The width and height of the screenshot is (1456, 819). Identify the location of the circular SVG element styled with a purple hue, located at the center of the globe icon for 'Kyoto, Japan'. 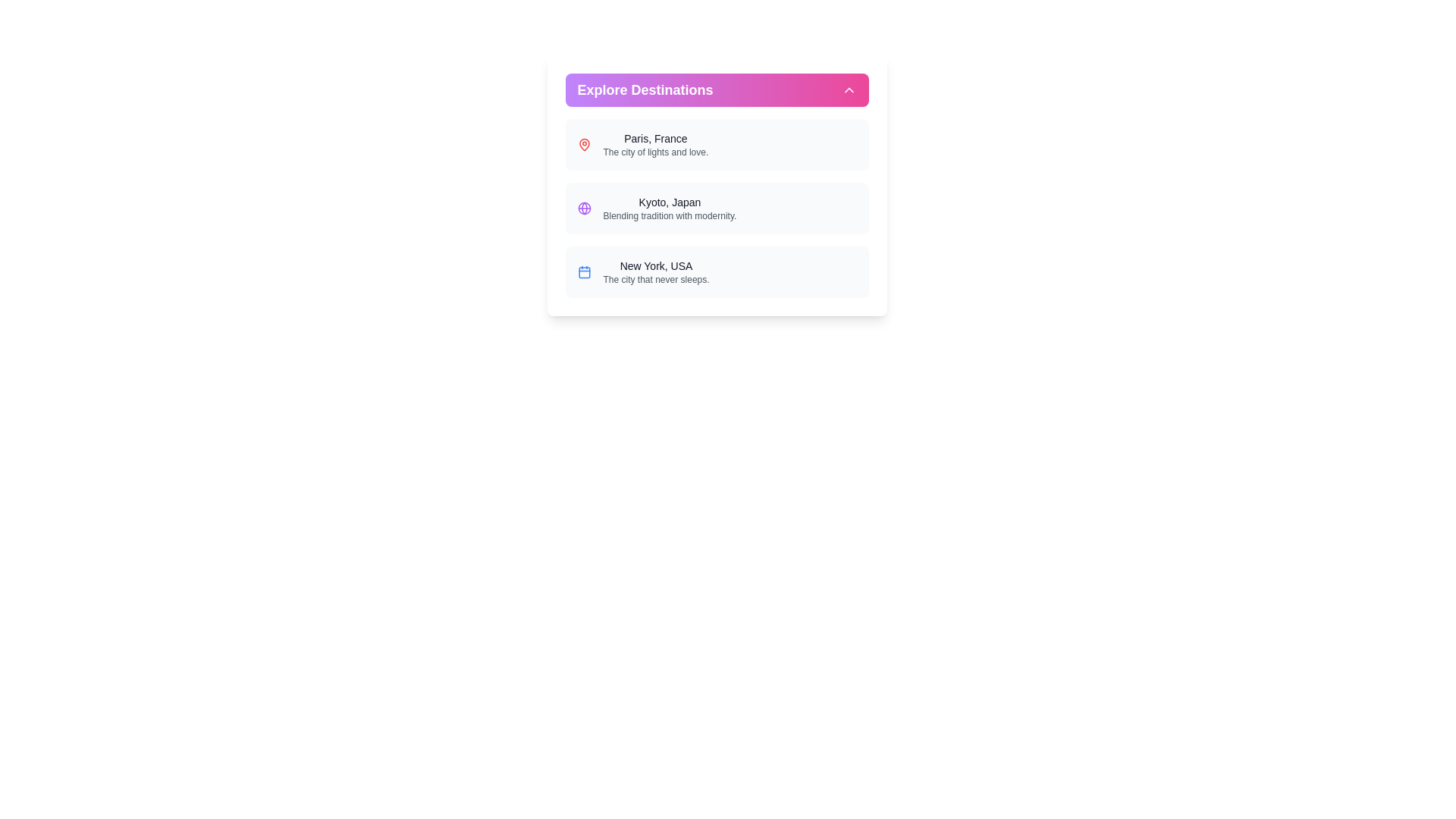
(583, 208).